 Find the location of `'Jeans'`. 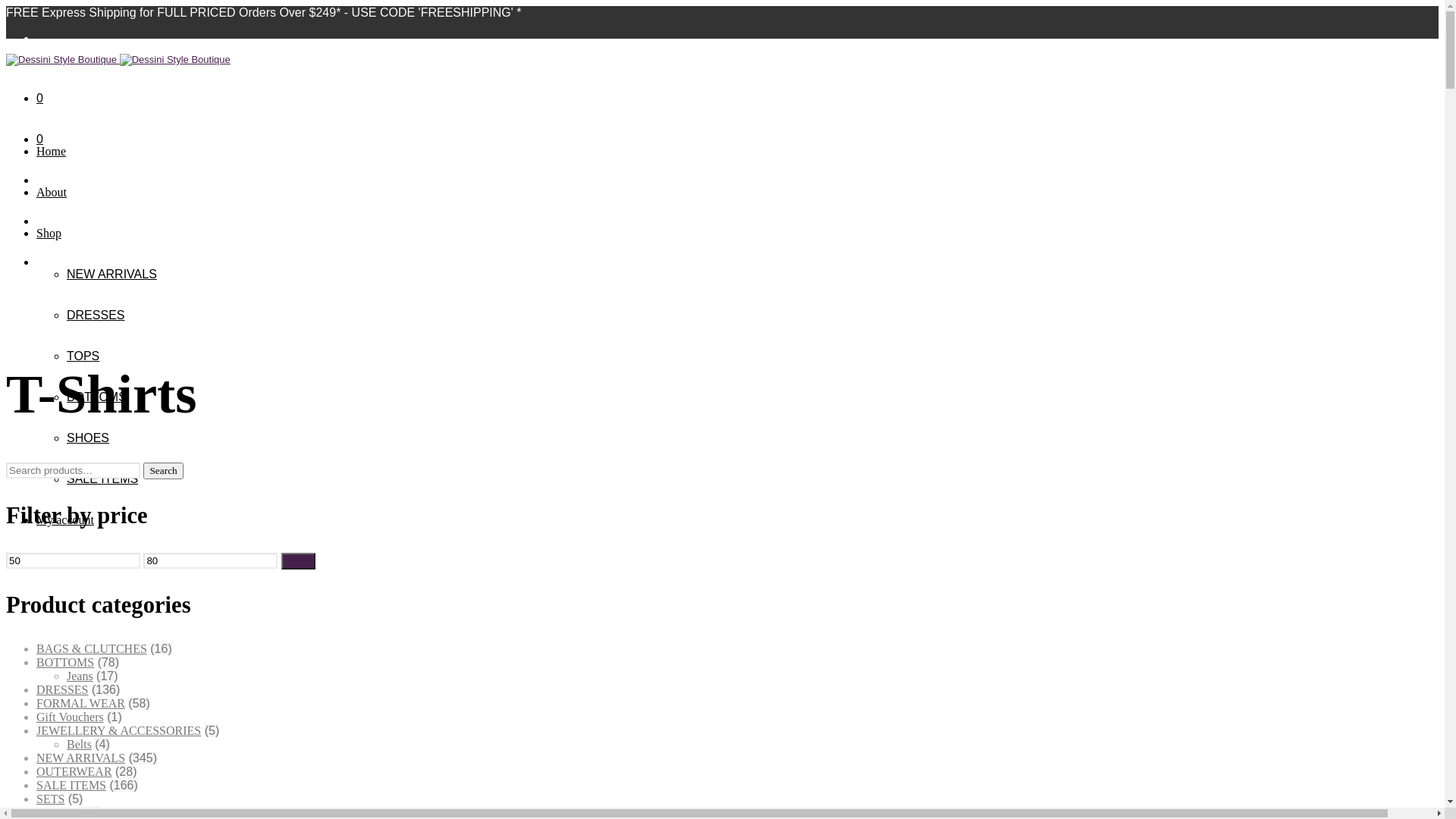

'Jeans' is located at coordinates (79, 675).